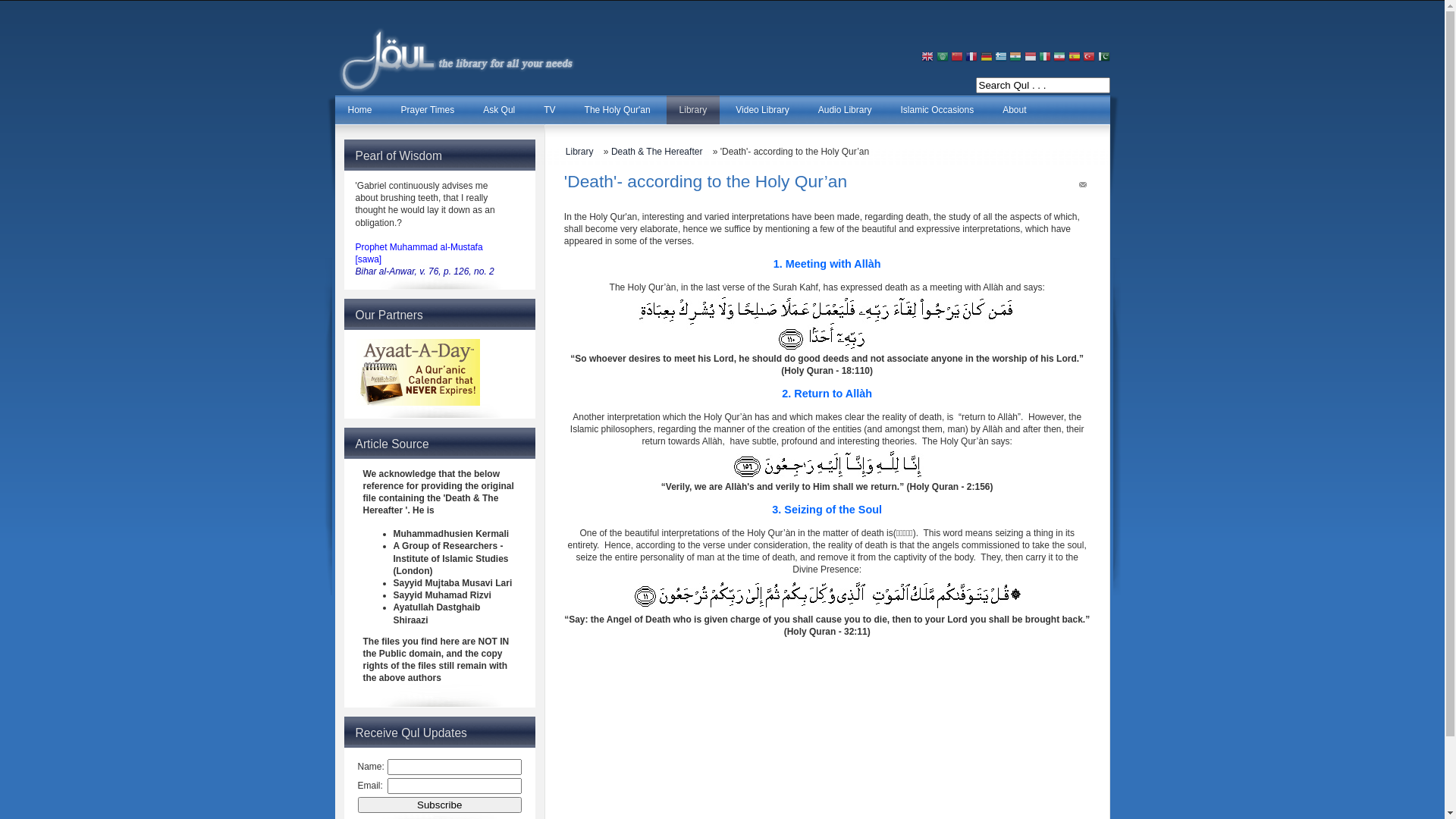  I want to click on 'French', so click(971, 57).